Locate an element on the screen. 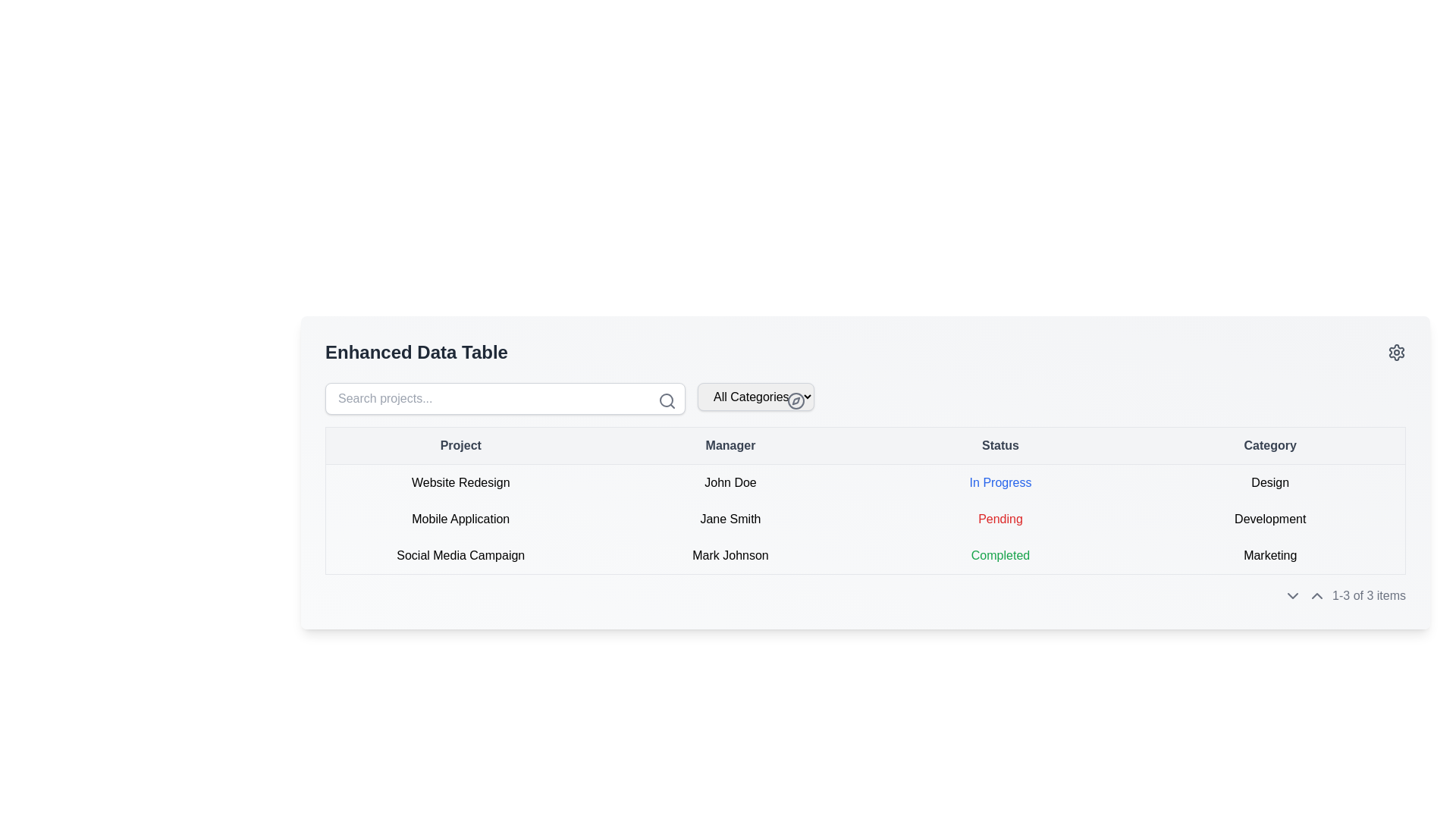 This screenshot has height=819, width=1456. the text label displaying the name of the project, which is the first element in its row within the table is located at coordinates (460, 482).